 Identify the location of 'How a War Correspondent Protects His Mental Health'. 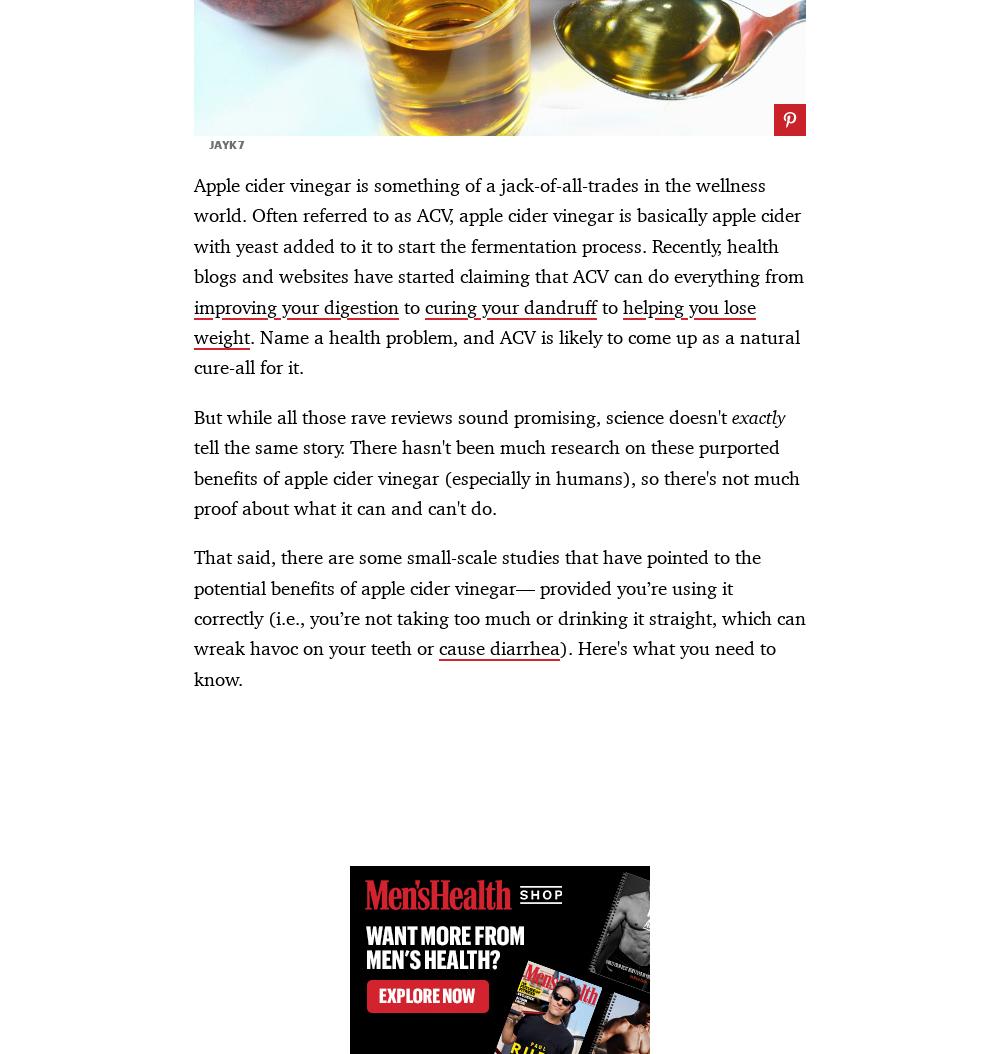
(595, 447).